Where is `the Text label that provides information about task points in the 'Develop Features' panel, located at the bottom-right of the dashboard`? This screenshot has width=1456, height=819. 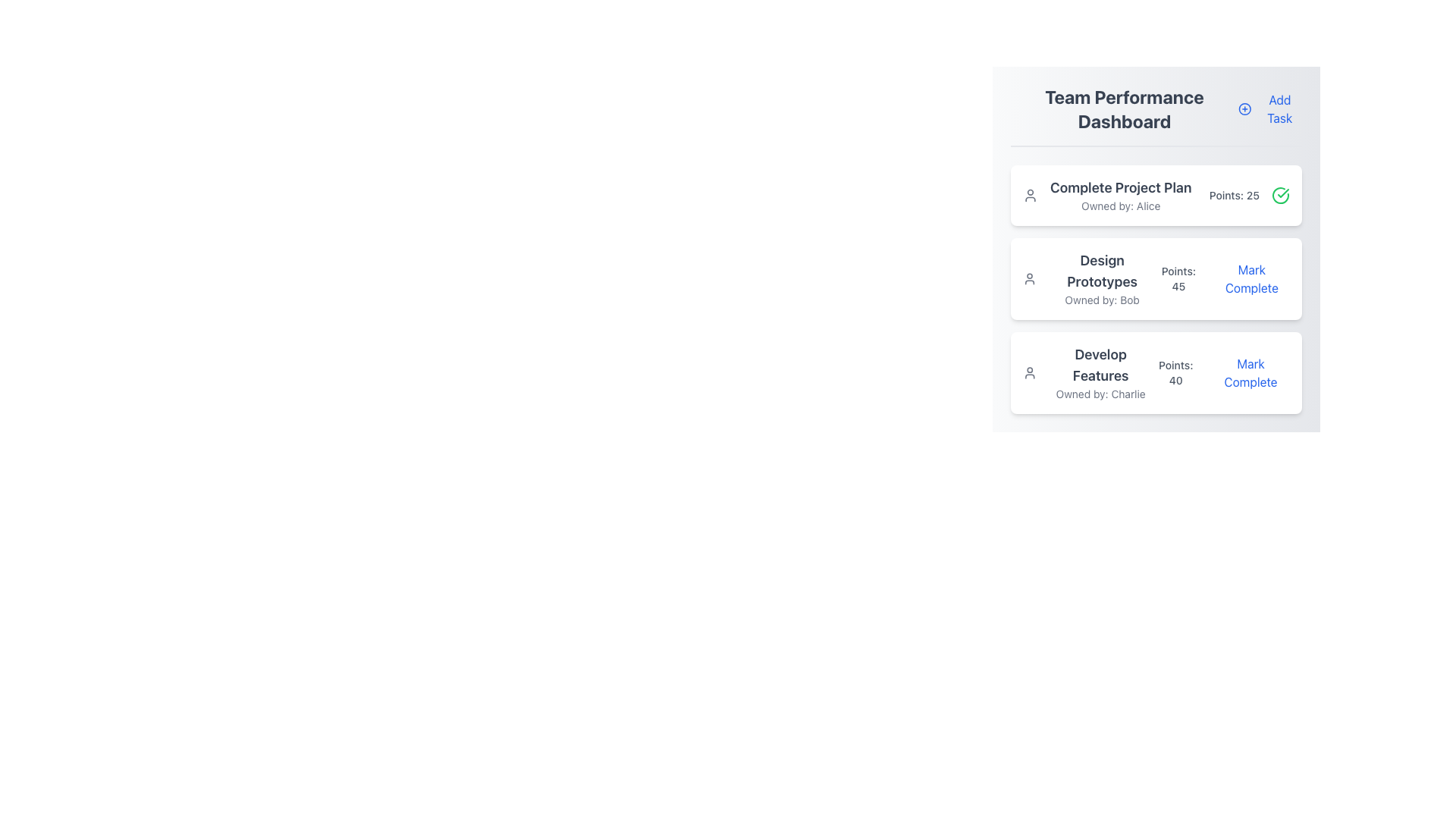
the Text label that provides information about task points in the 'Develop Features' panel, located at the bottom-right of the dashboard is located at coordinates (1175, 373).